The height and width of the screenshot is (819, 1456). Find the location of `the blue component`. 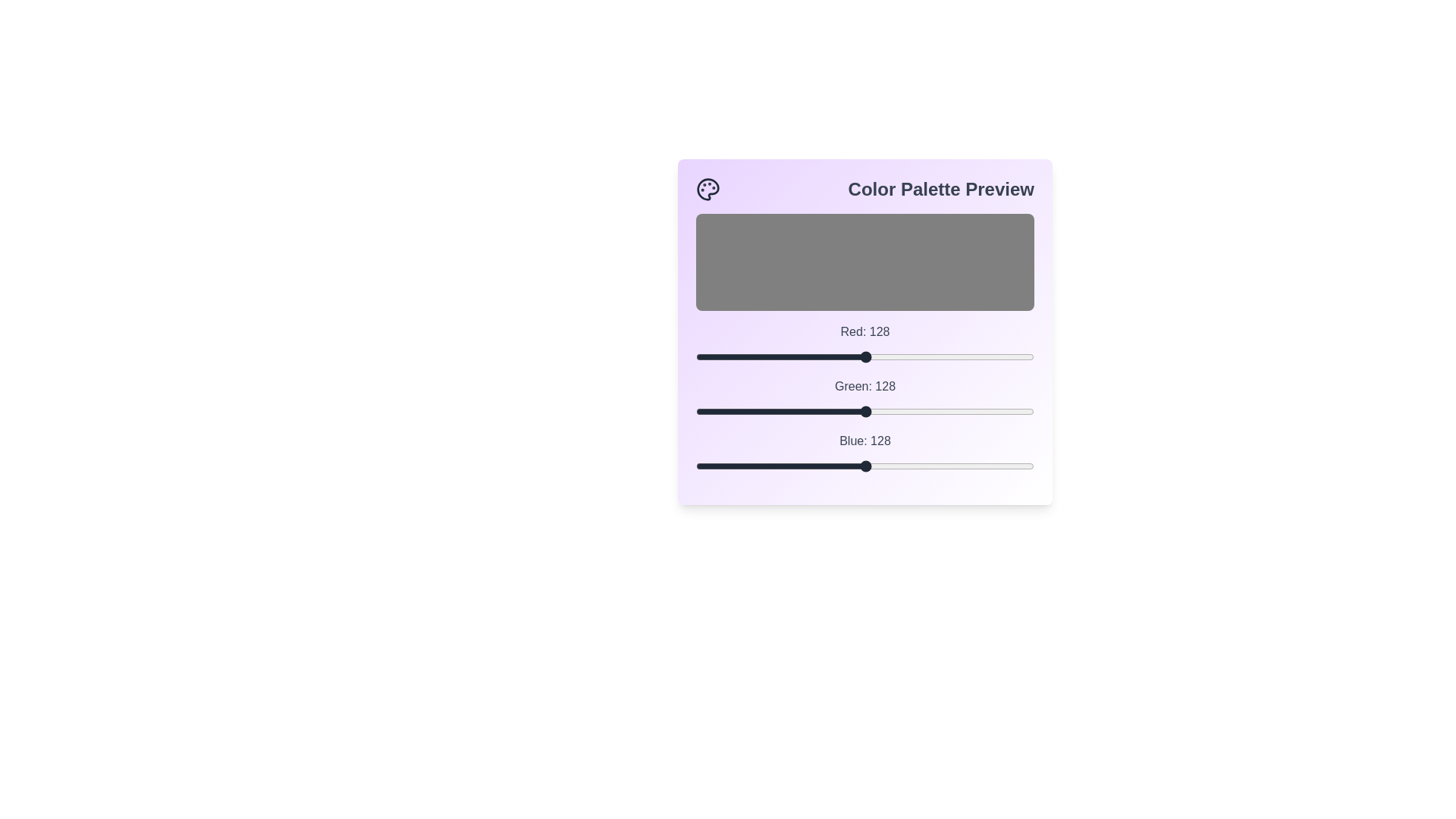

the blue component is located at coordinates (1005, 465).